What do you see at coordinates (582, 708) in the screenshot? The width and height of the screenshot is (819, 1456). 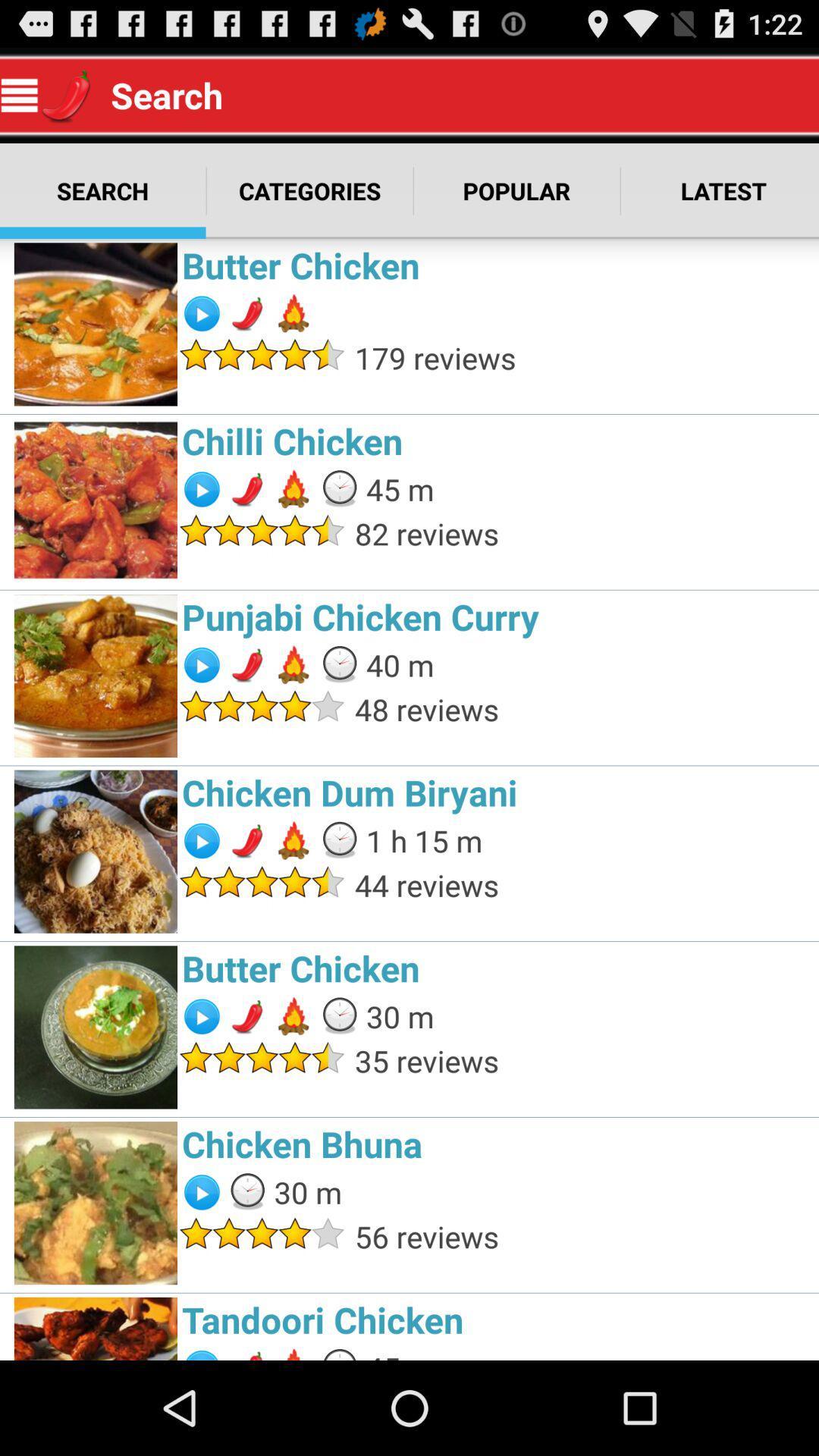 I see `48 reviews item` at bounding box center [582, 708].